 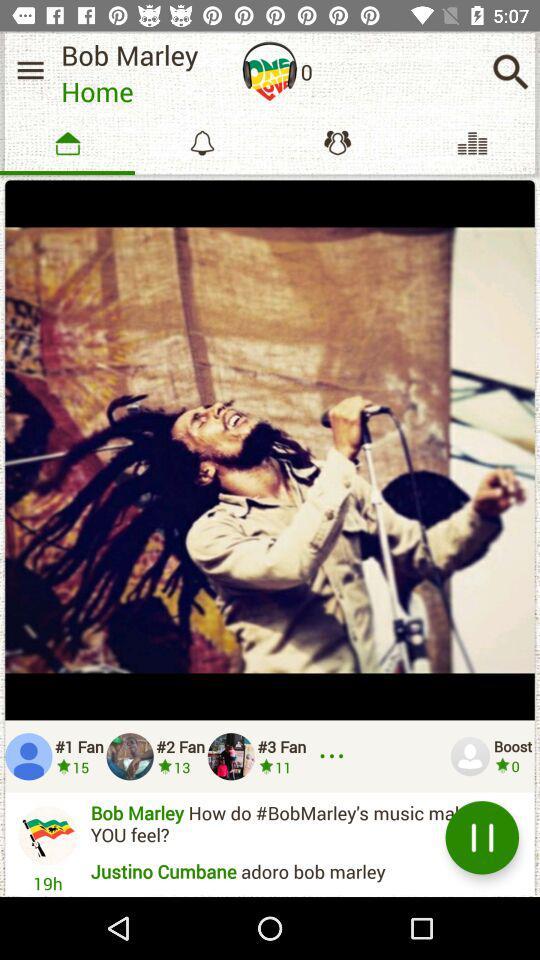 What do you see at coordinates (29, 70) in the screenshot?
I see `the item to the left of the bob marley icon` at bounding box center [29, 70].